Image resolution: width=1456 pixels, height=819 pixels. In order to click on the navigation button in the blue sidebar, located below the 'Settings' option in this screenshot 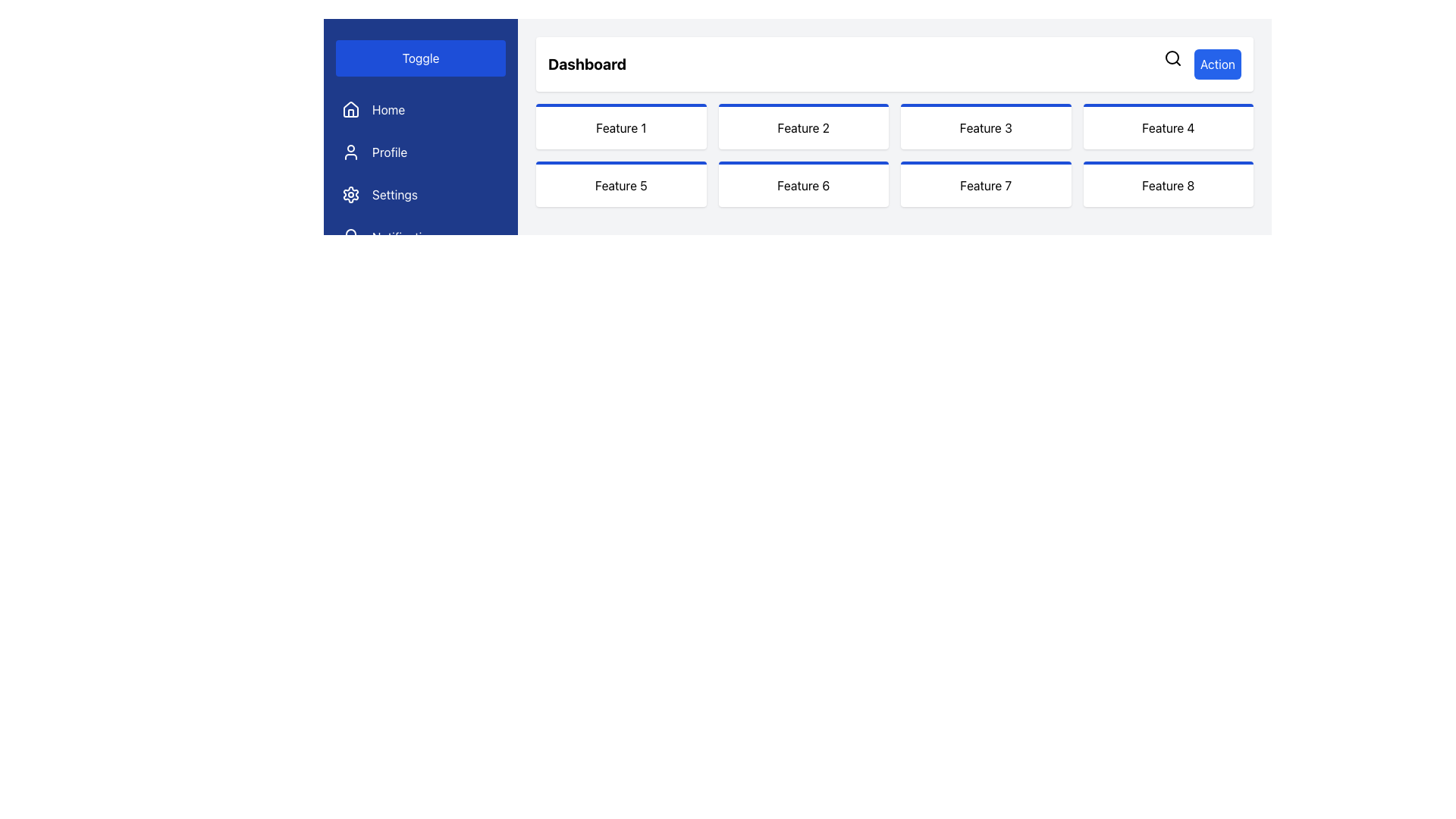, I will do `click(421, 237)`.